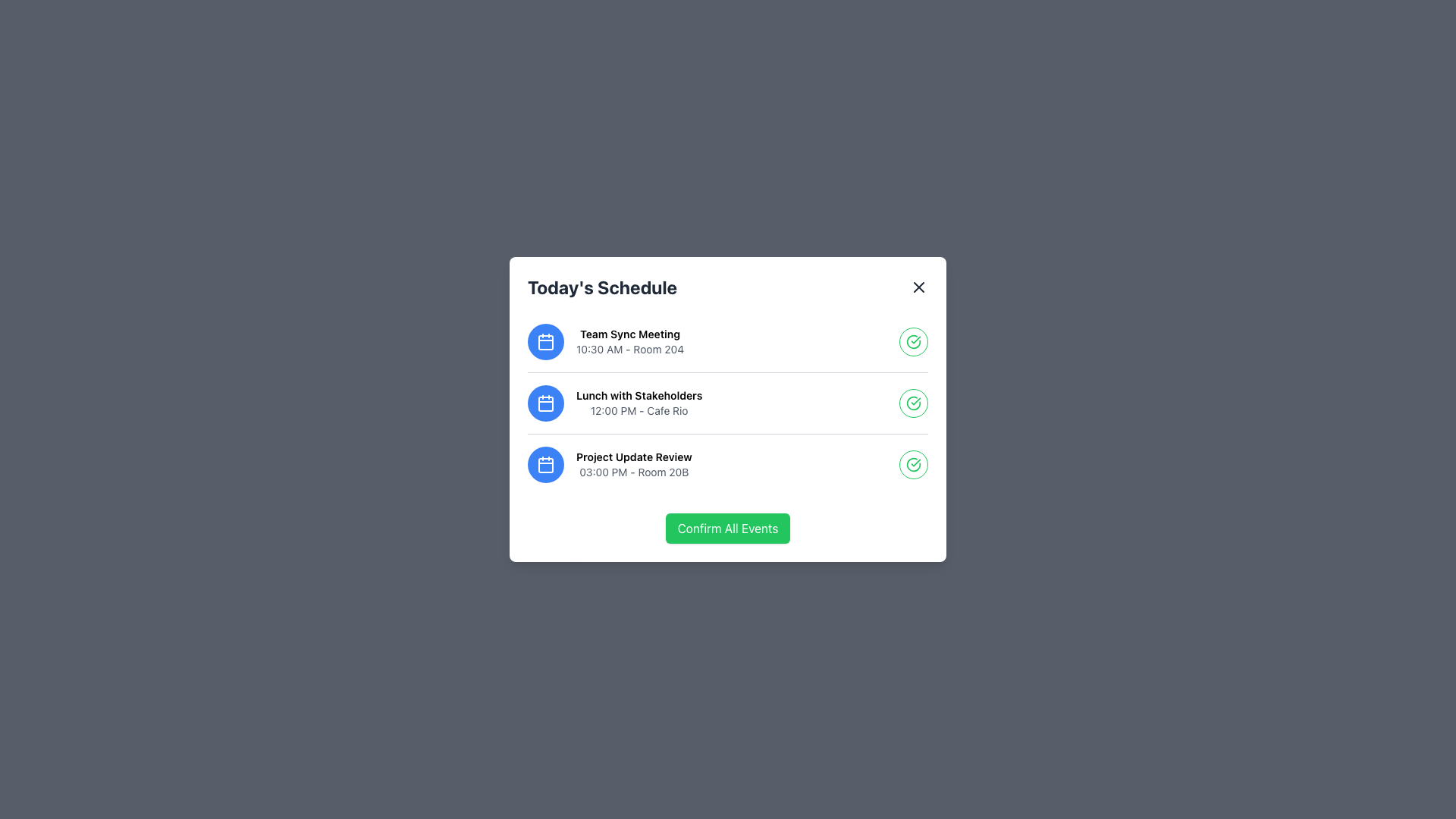 The width and height of the screenshot is (1456, 819). I want to click on text content of the Text Display labeled 'Project Update Review' with additional details '03:00 PM - Room 20B', which is the third event in the list of scheduled events, so click(634, 464).